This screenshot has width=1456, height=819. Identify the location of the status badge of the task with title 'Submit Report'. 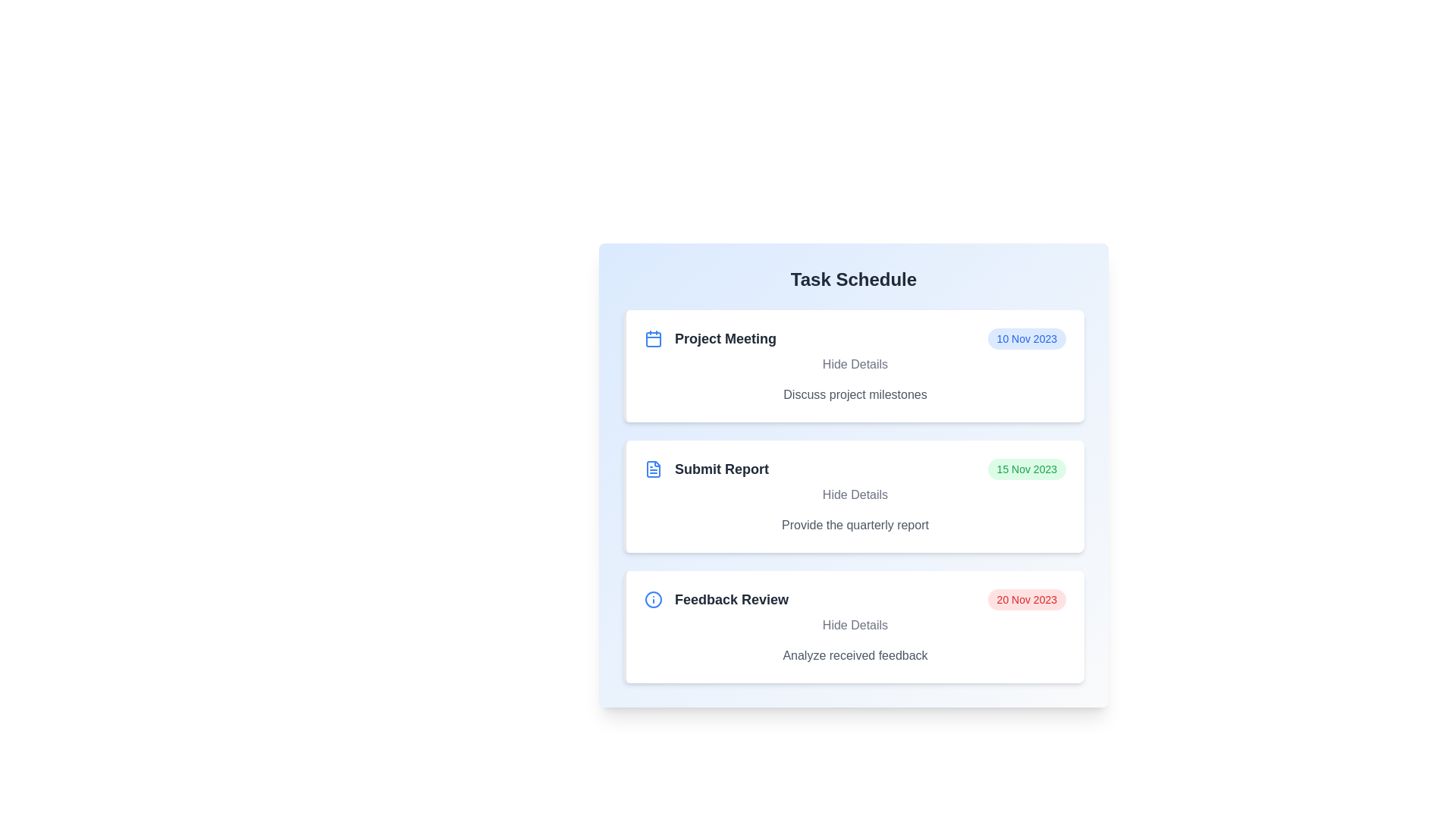
(1027, 468).